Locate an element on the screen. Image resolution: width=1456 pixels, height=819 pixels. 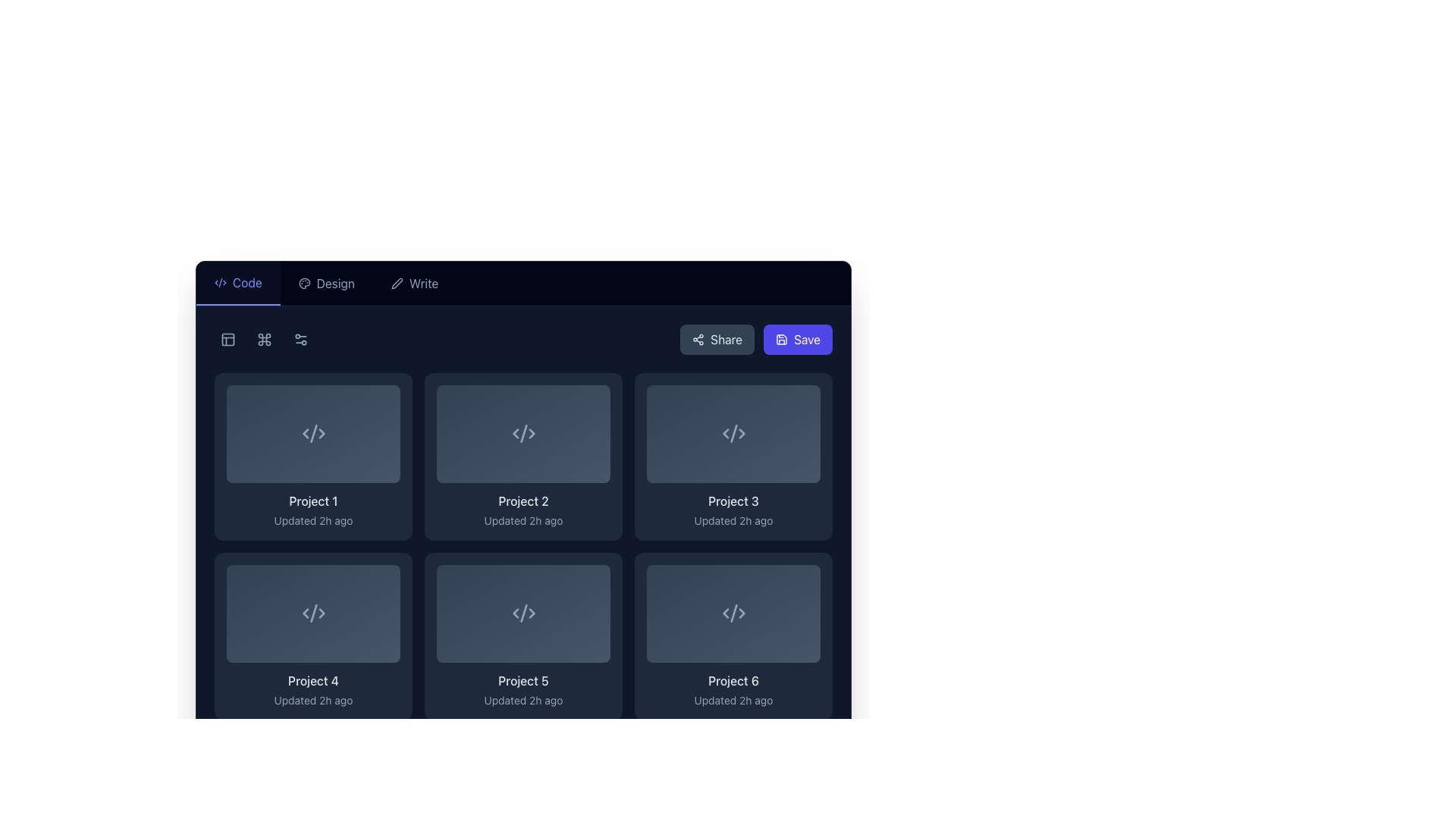
the square icon with rounded corners that features a cross-like symbol, located between two other icons in the upper left region of the interface is located at coordinates (265, 338).